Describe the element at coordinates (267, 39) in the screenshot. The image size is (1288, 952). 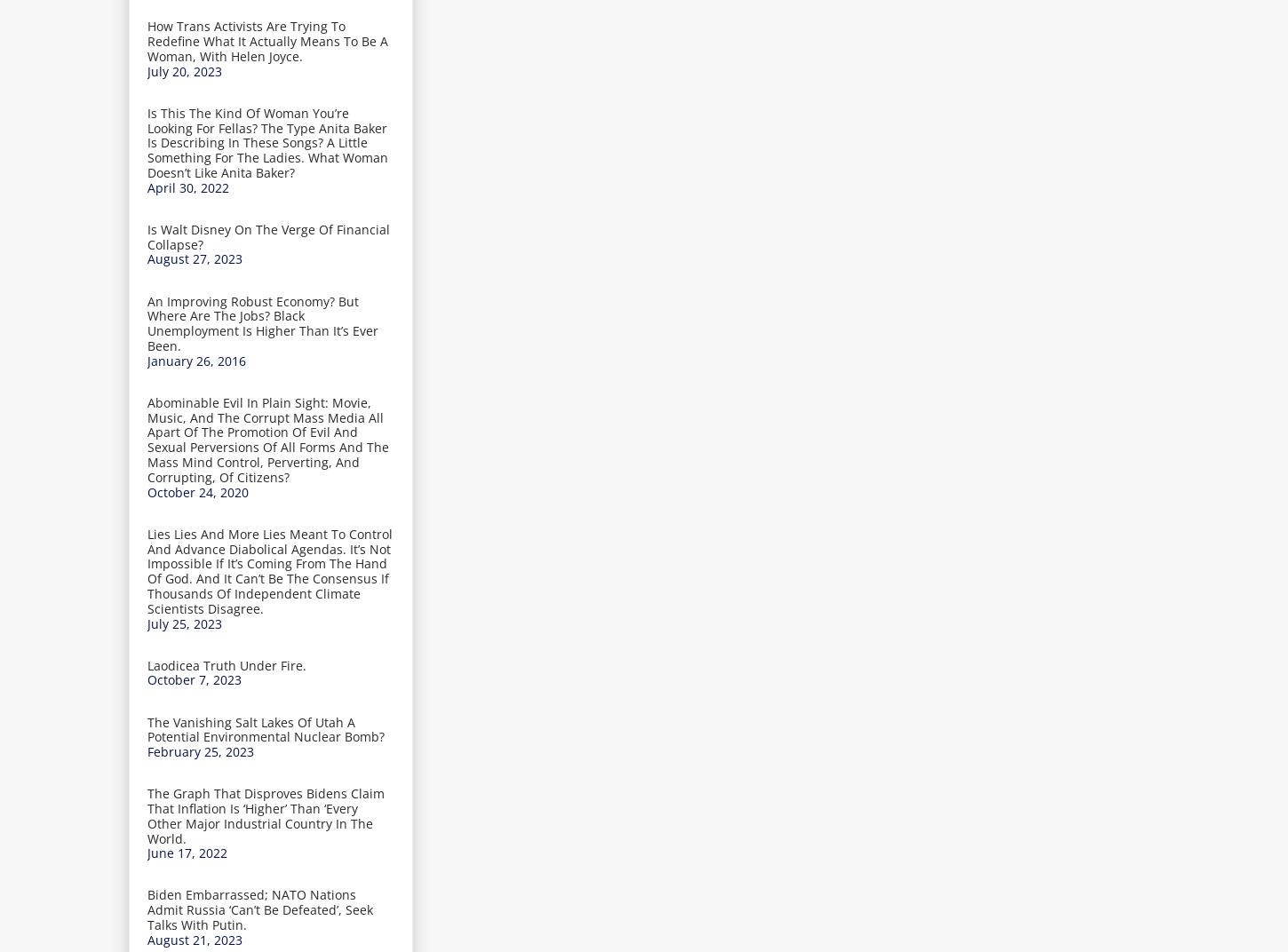
I see `'How Trans Activists Are Trying To Redefine What It Actually Means To Be A Woman, With Helen Joyce.'` at that location.